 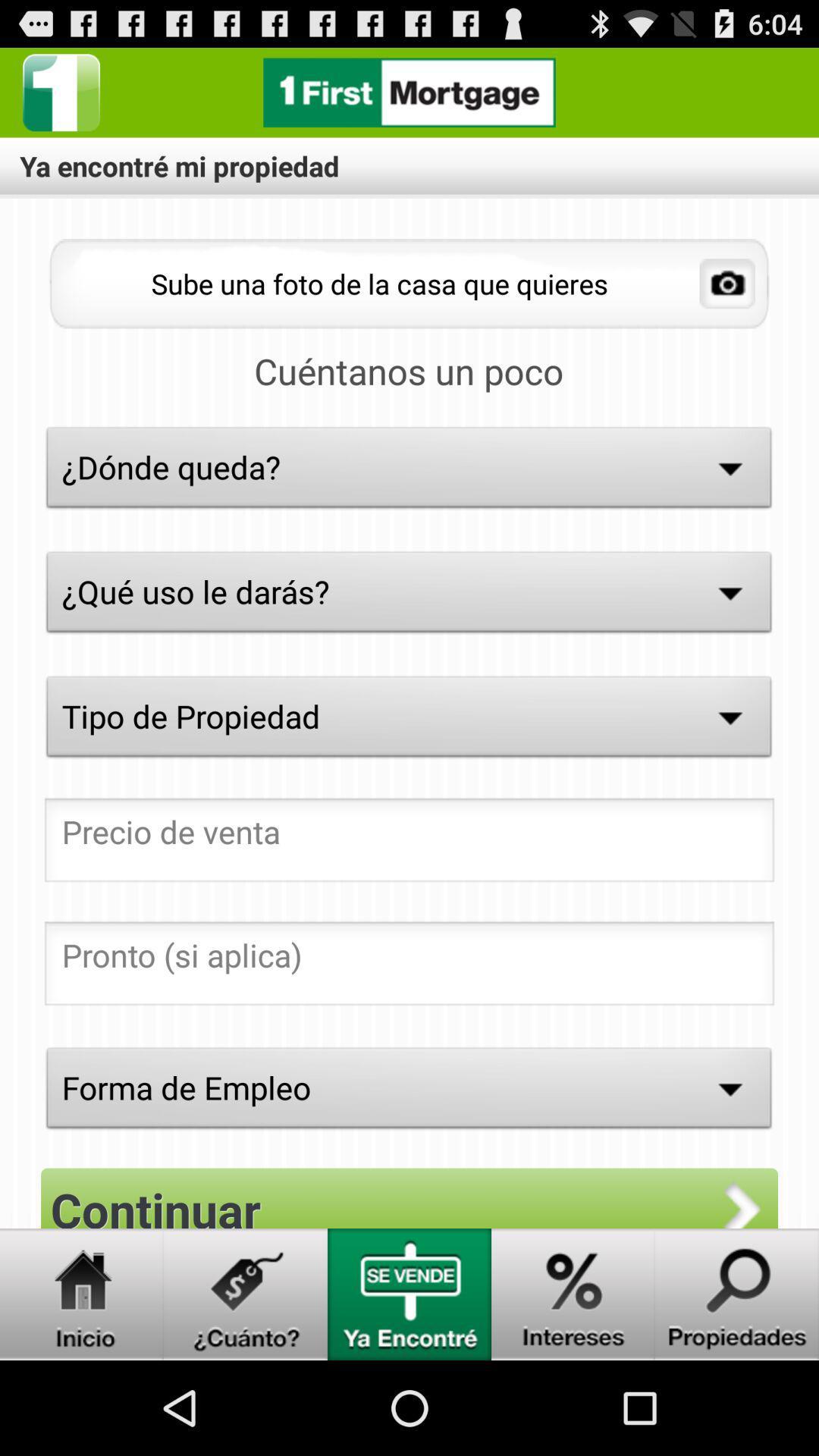 I want to click on the label icon, so click(x=245, y=1385).